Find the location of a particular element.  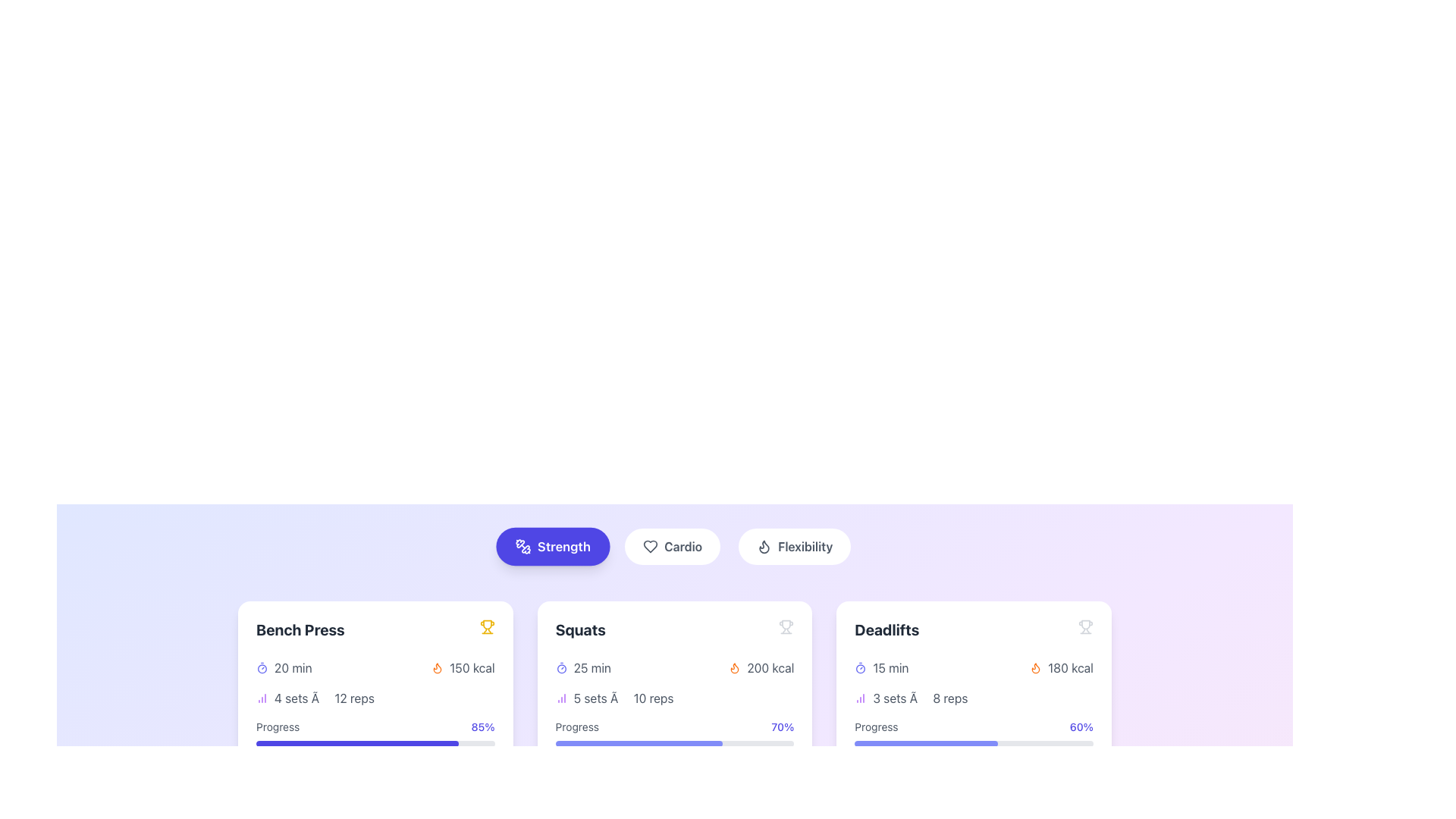

the calories burned icon located in the 'Deadlifts' section adjacent to the text '180 kcal' is located at coordinates (1035, 667).